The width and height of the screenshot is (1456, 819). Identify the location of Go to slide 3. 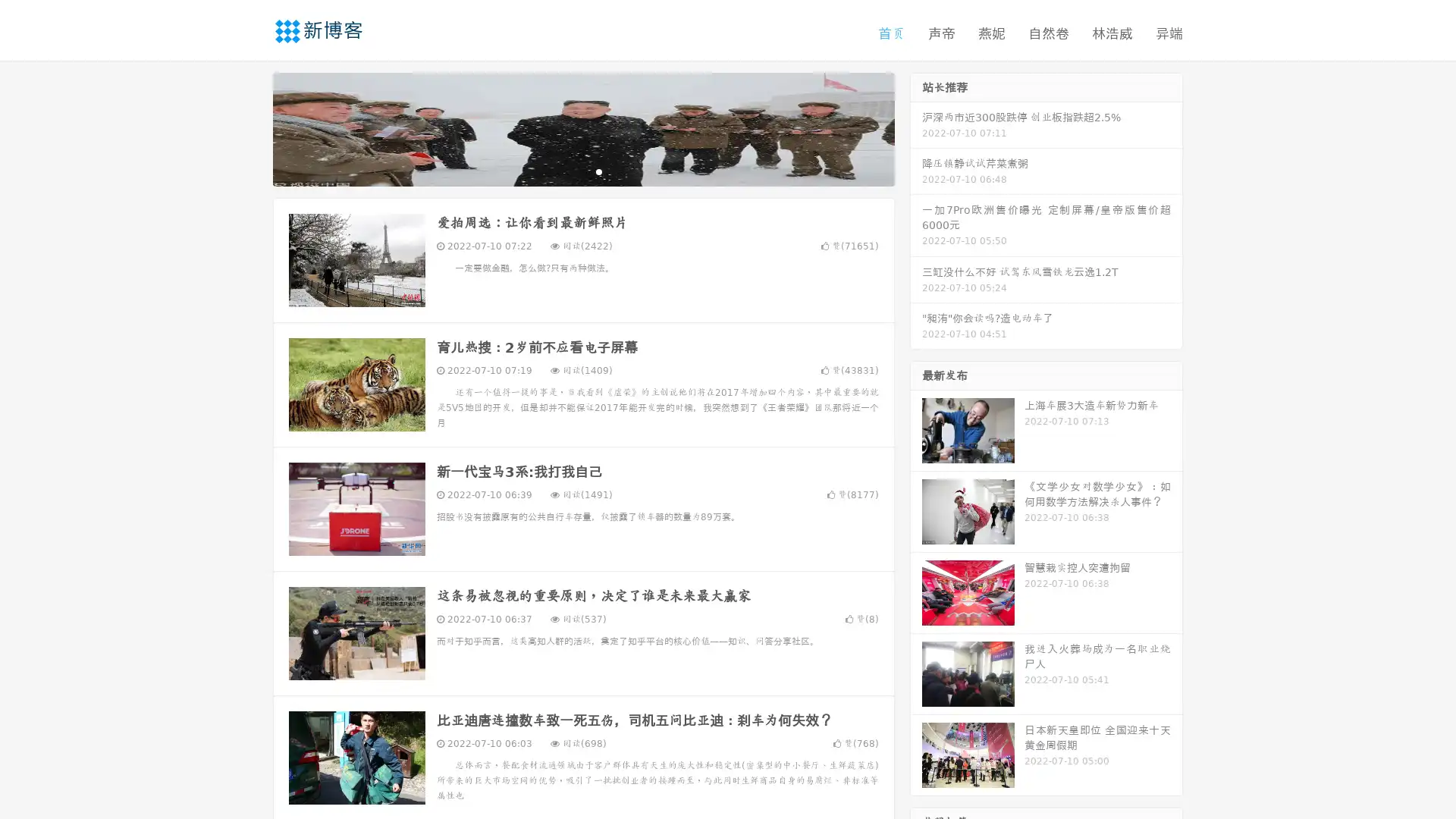
(598, 171).